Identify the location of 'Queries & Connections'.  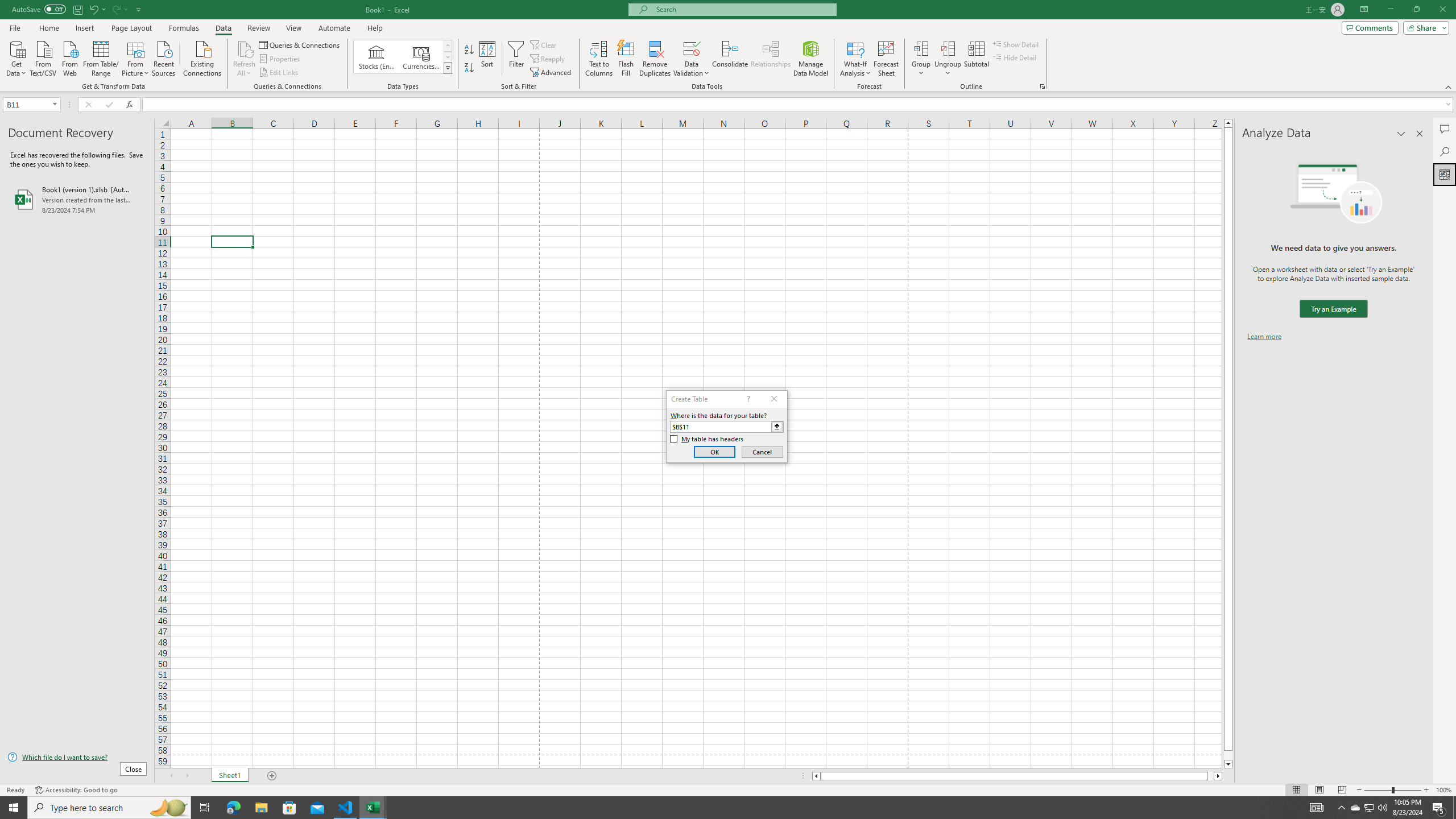
(300, 44).